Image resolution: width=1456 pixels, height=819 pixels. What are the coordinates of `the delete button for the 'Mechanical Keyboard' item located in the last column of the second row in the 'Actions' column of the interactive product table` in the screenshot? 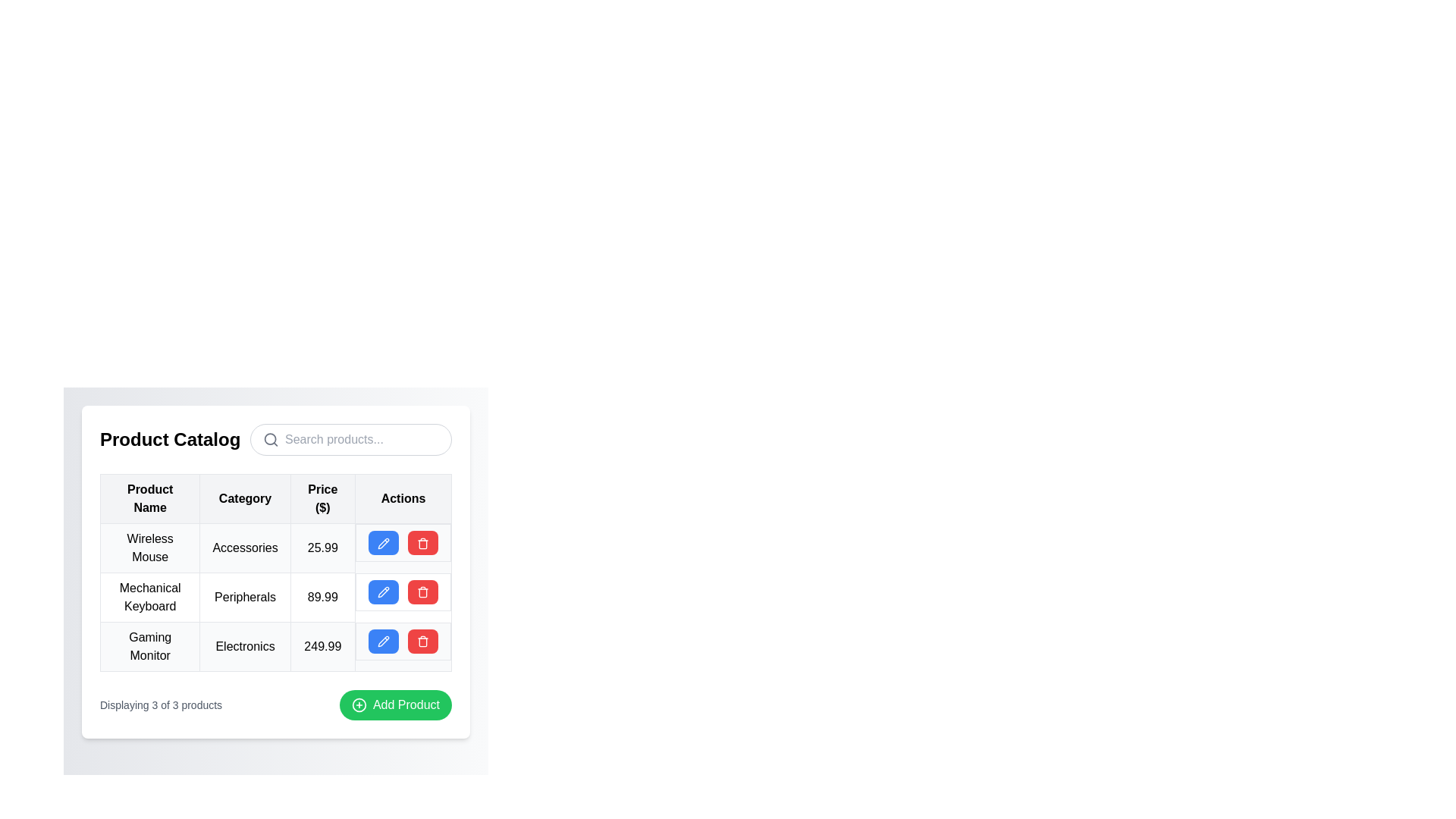 It's located at (422, 591).